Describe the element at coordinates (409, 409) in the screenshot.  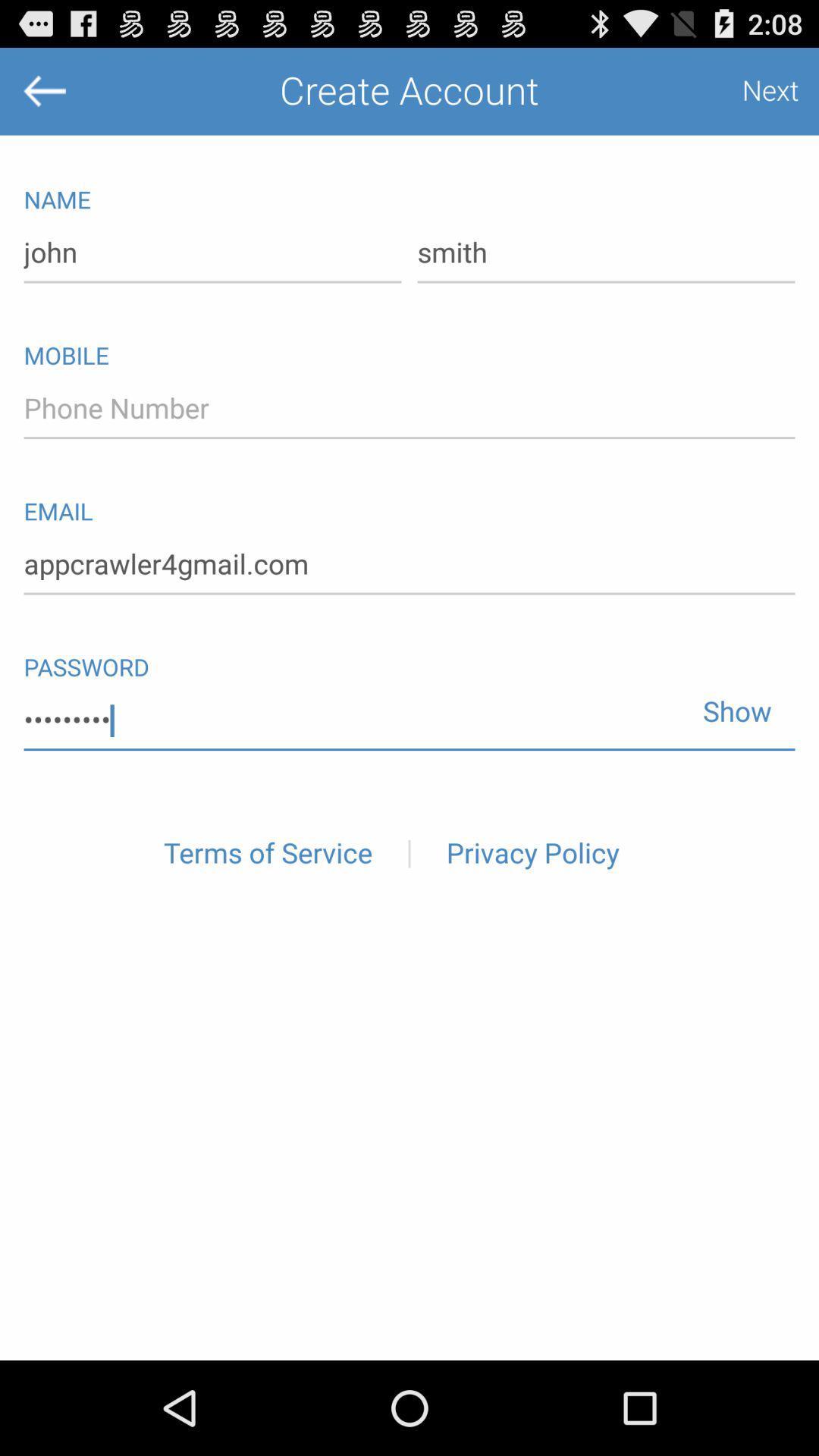
I see `text box fpr phone number` at that location.